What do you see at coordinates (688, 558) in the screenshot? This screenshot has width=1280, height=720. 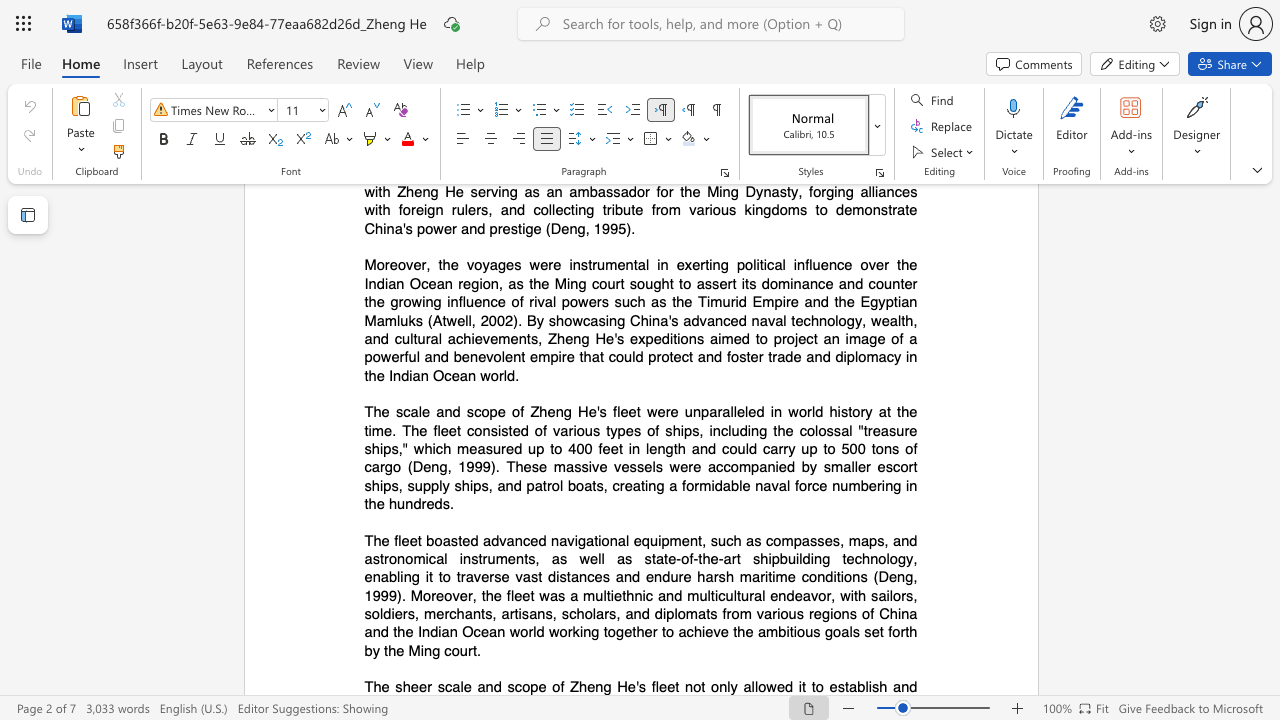 I see `the space between the continuous character "o" and "f" in the text` at bounding box center [688, 558].